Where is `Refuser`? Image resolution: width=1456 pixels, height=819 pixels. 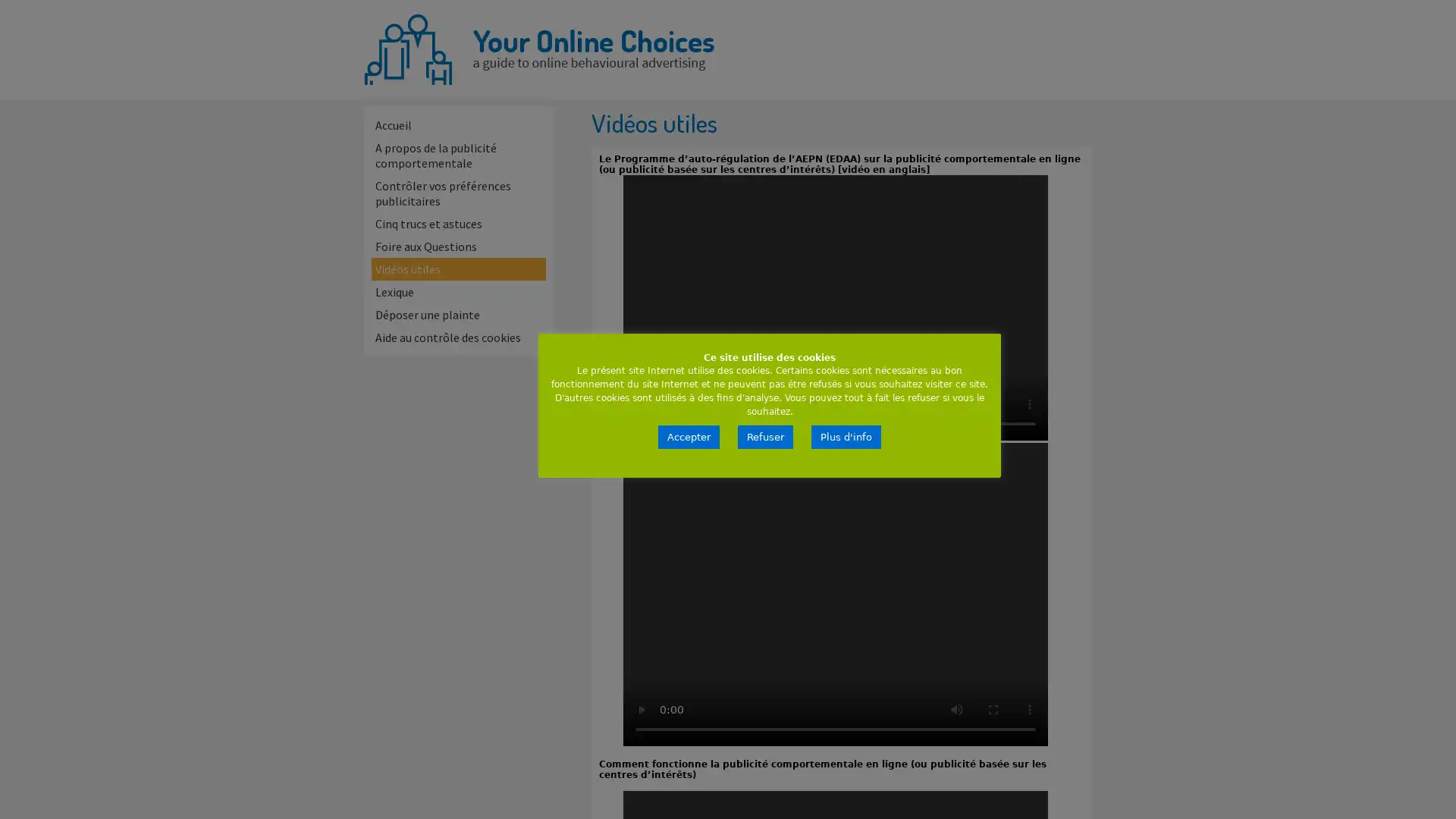
Refuser is located at coordinates (765, 437).